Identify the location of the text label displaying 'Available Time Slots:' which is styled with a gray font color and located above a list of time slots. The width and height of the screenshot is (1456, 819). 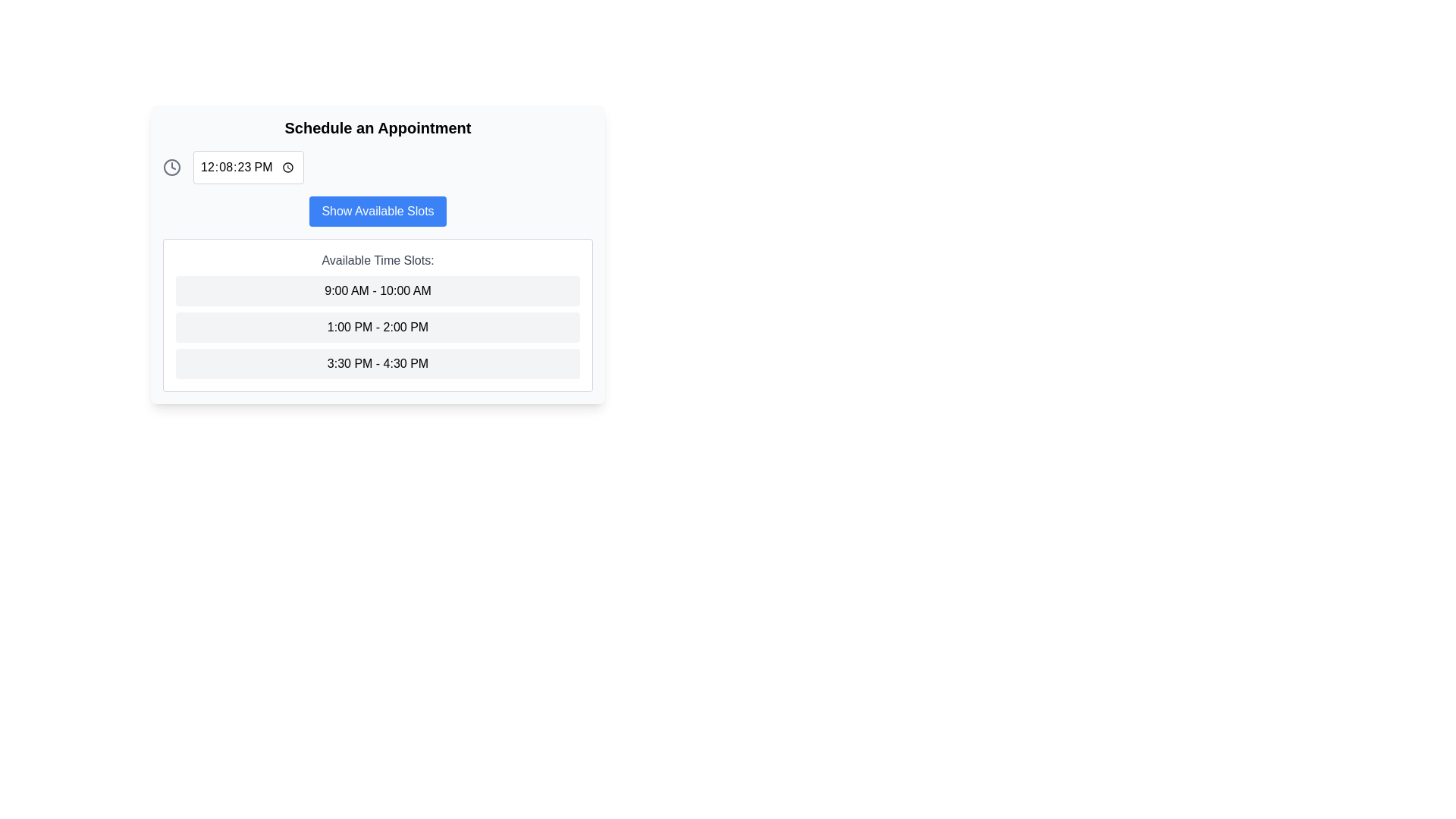
(378, 259).